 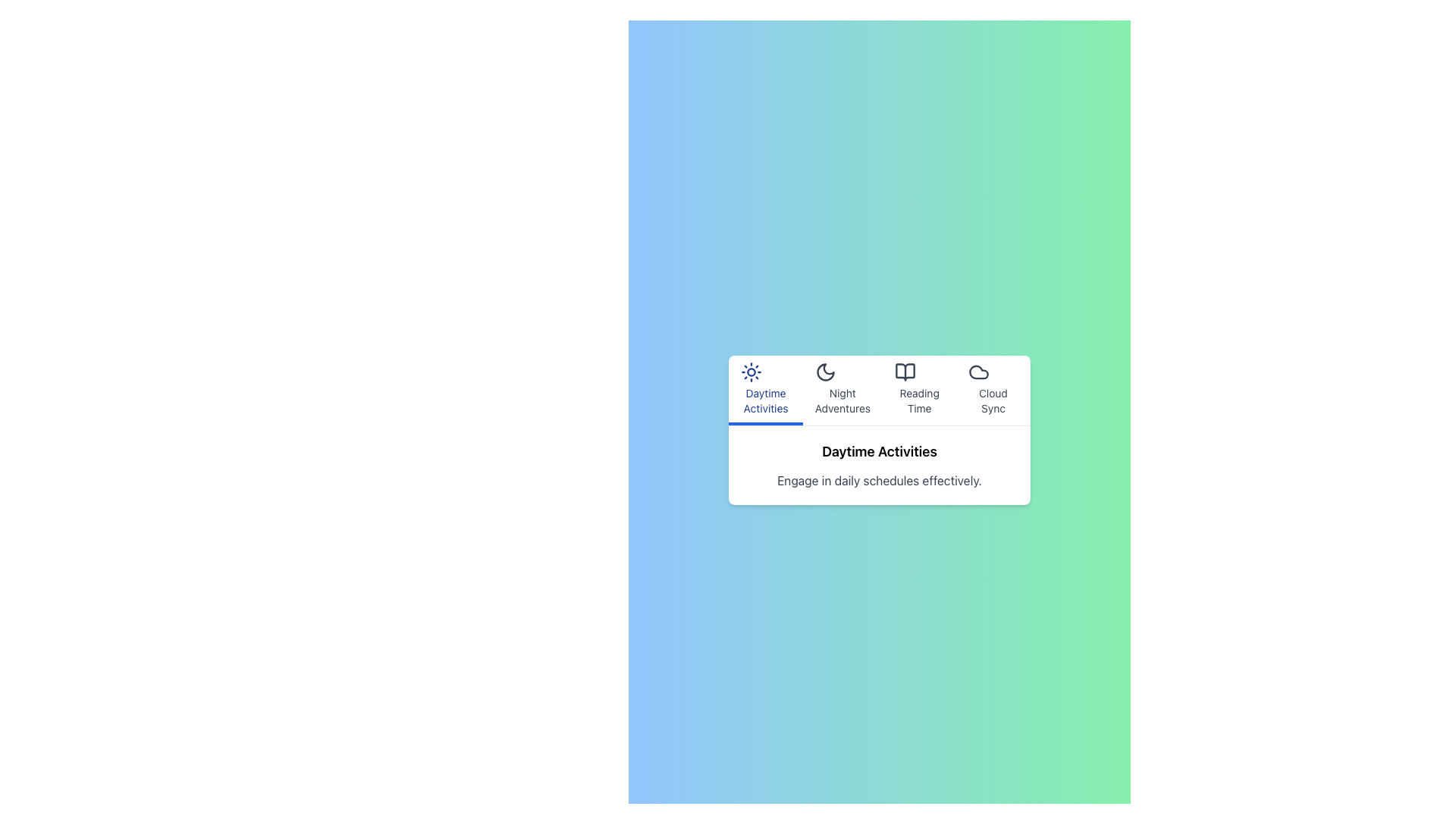 What do you see at coordinates (979, 372) in the screenshot?
I see `the cloud icon labeled 'Cloud Sync', which is the fourth icon from the left in a horizontal layout of four icons located in the top-right corner of the card` at bounding box center [979, 372].